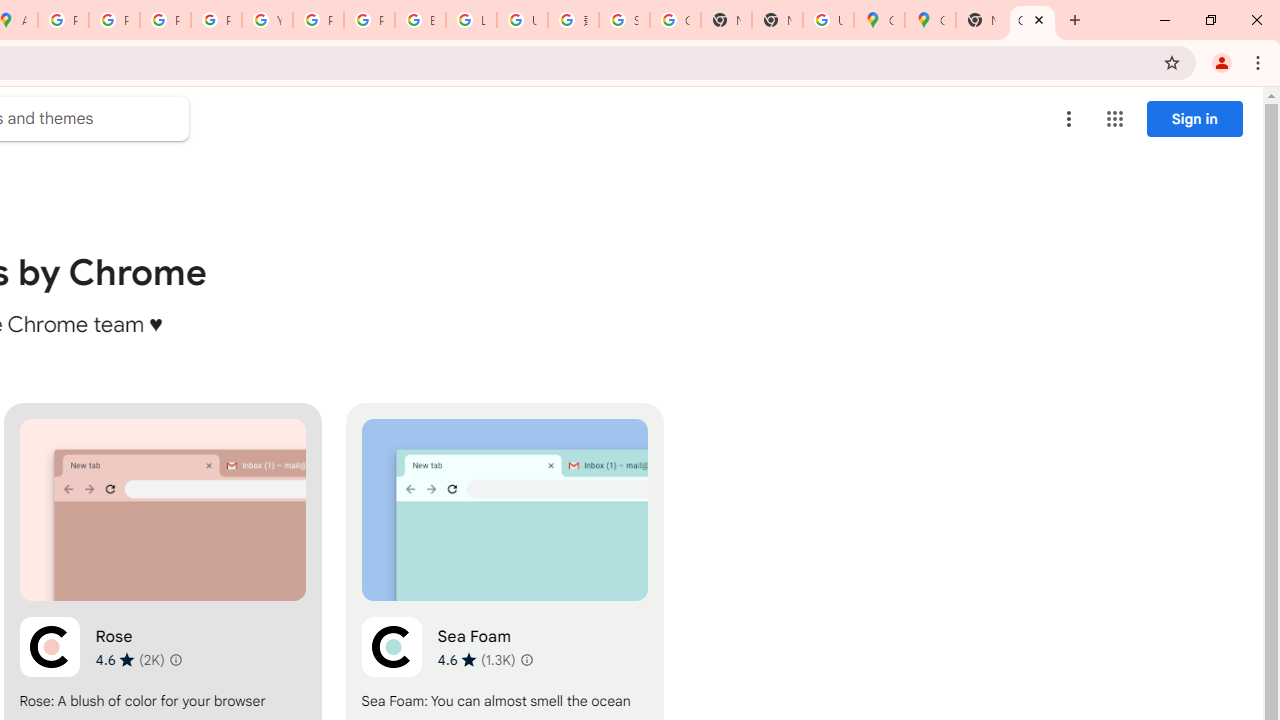  Describe the element at coordinates (176, 659) in the screenshot. I see `'Learn more about results and reviews "Rose"'` at that location.